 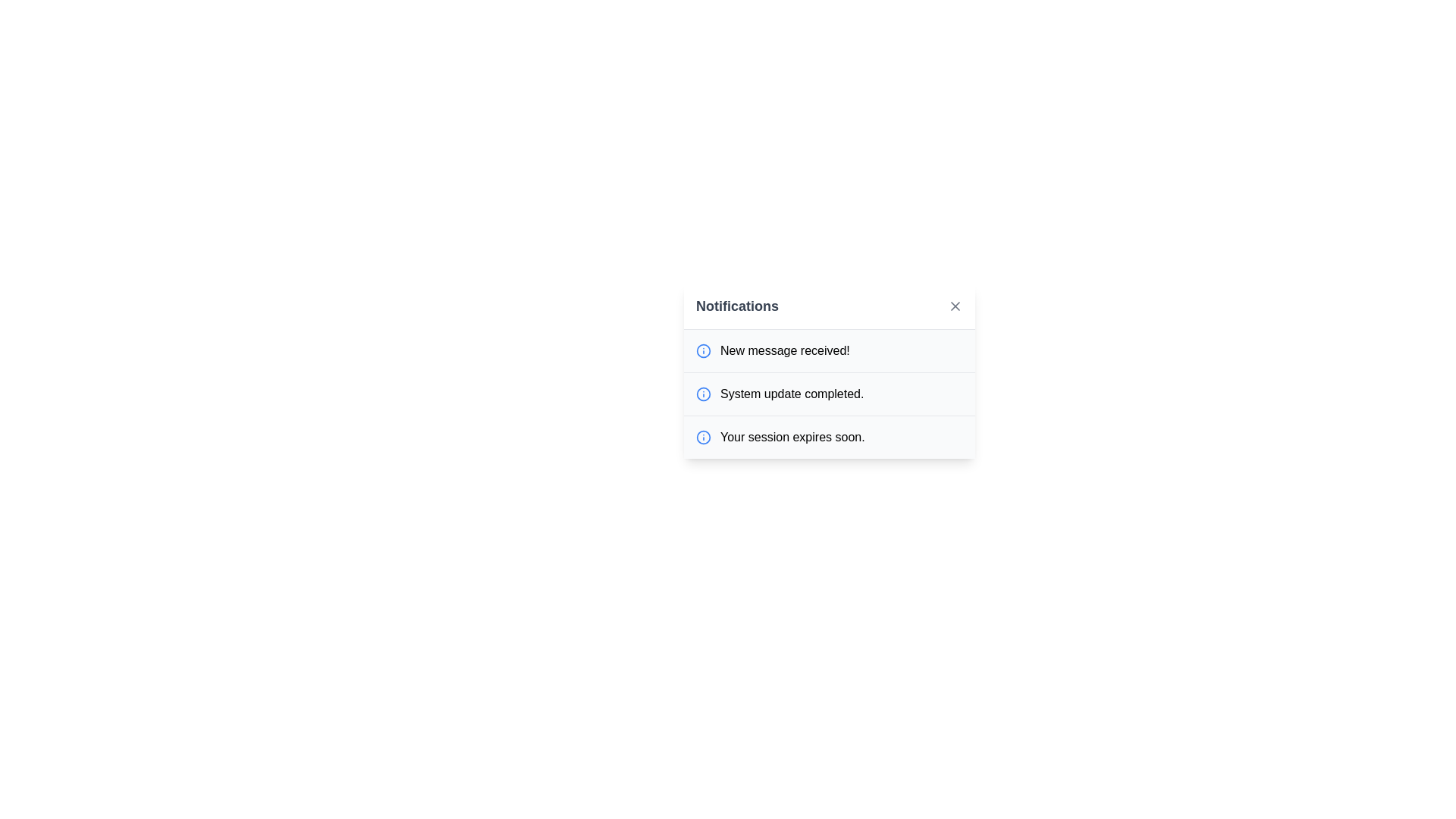 I want to click on notification text 'Your session expires soon.' located in the bottom row of the notifications list, third item from the top, so click(x=792, y=438).